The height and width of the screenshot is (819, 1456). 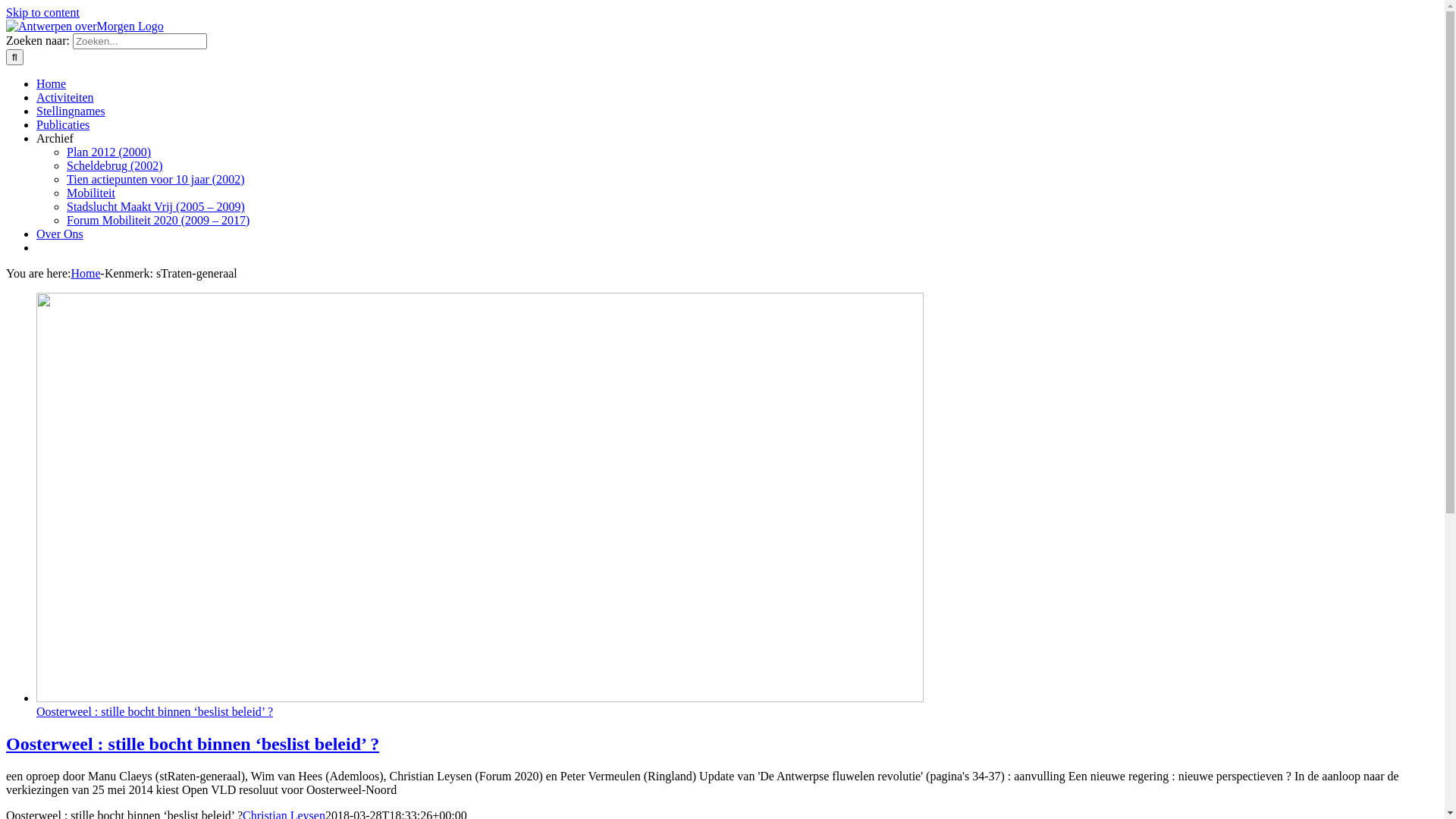 I want to click on 'Stellingnames', so click(x=80, y=110).